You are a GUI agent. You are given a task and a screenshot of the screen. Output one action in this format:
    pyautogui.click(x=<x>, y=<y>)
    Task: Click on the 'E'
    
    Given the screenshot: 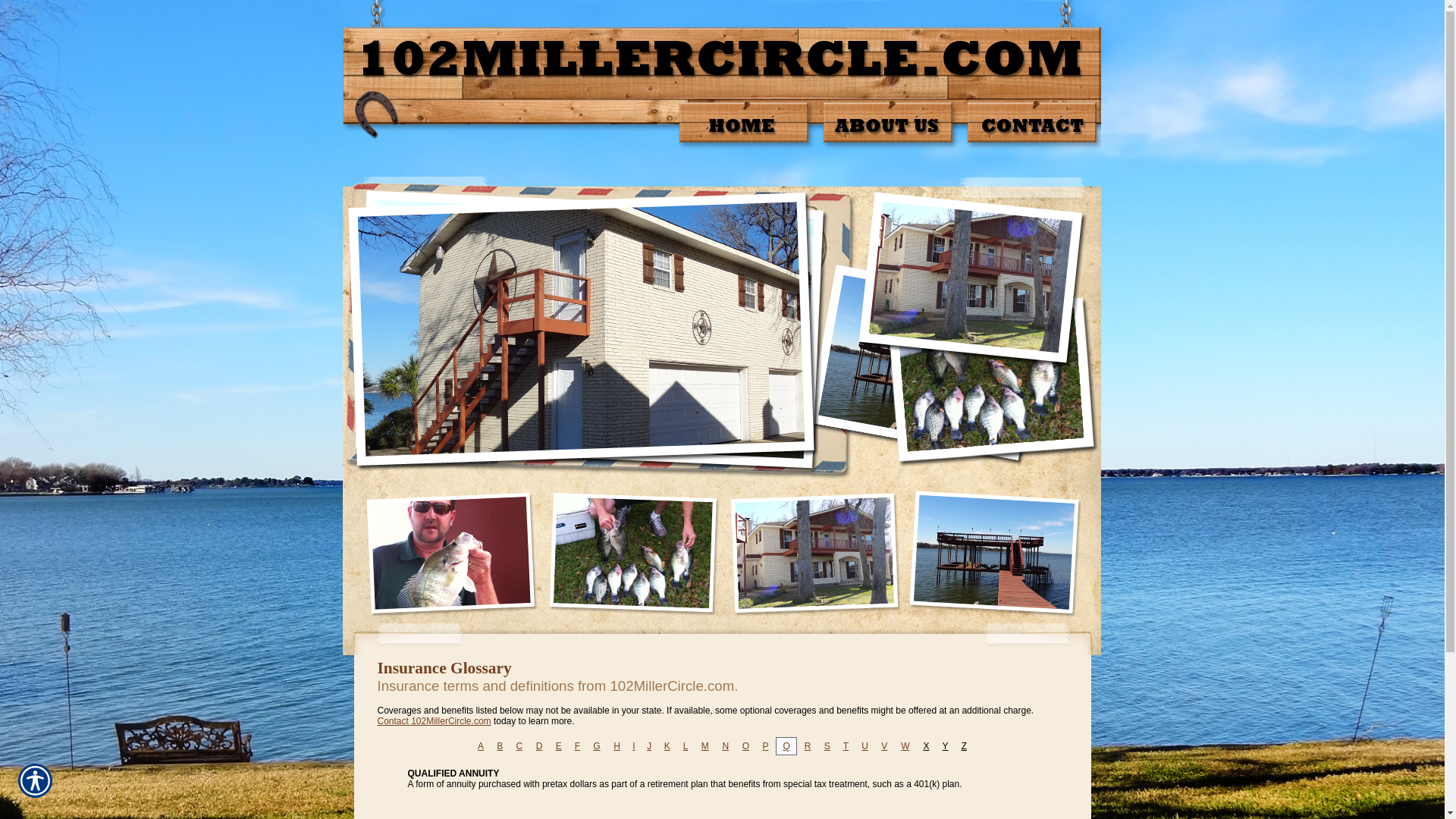 What is the action you would take?
    pyautogui.click(x=558, y=745)
    